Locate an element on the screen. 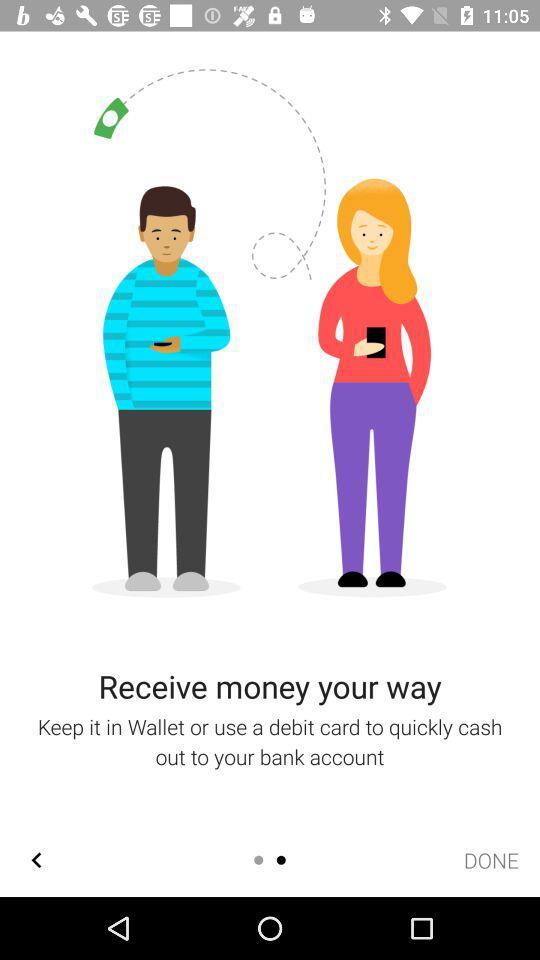  the arrow_backward icon is located at coordinates (36, 859).